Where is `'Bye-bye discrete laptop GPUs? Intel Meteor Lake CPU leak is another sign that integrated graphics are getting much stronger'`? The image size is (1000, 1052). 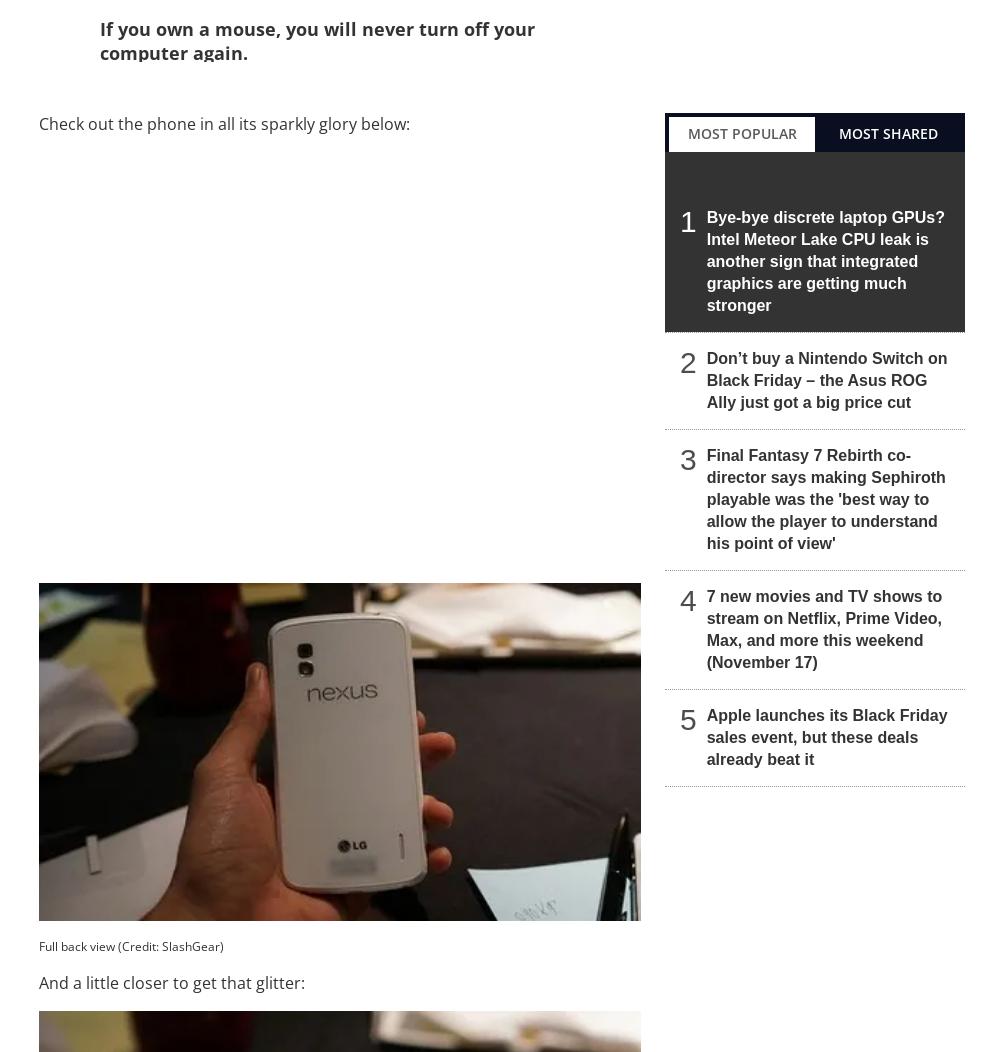
'Bye-bye discrete laptop GPUs? Intel Meteor Lake CPU leak is another sign that integrated graphics are getting much stronger' is located at coordinates (824, 259).